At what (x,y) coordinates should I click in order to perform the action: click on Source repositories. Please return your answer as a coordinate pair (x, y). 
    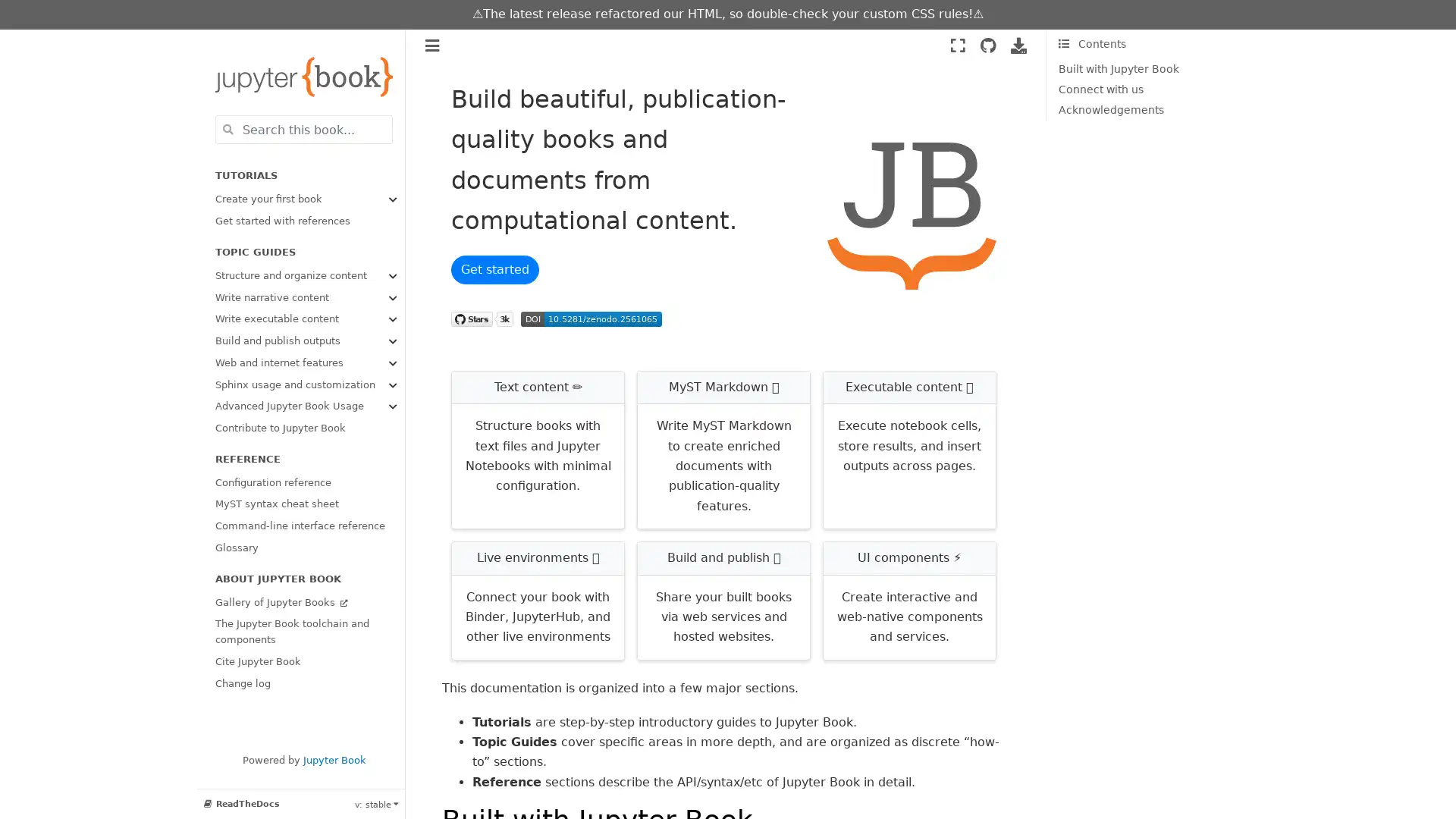
    Looking at the image, I should click on (987, 45).